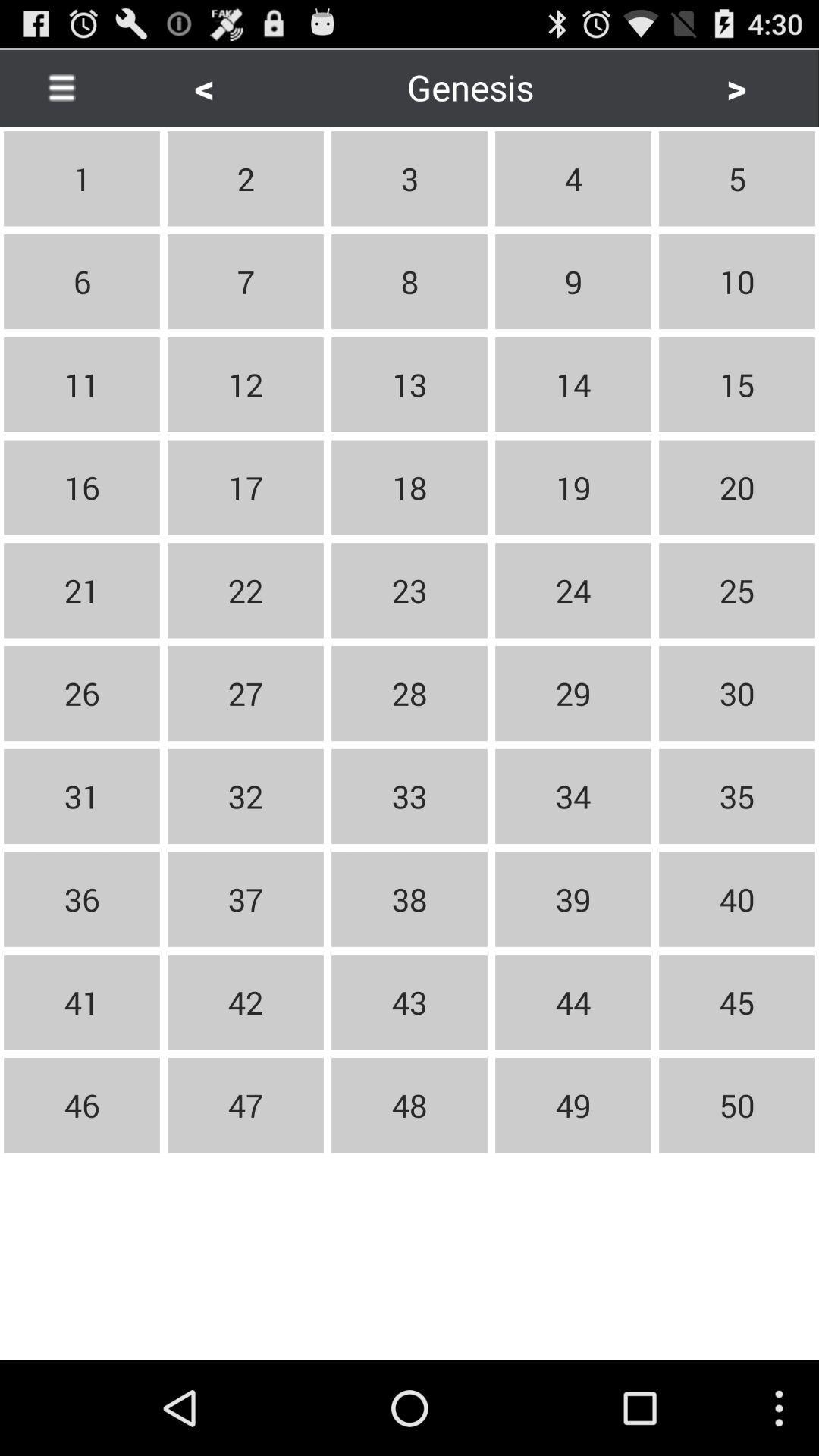 The image size is (819, 1456). What do you see at coordinates (736, 86) in the screenshot?
I see `item to the right of genesis` at bounding box center [736, 86].